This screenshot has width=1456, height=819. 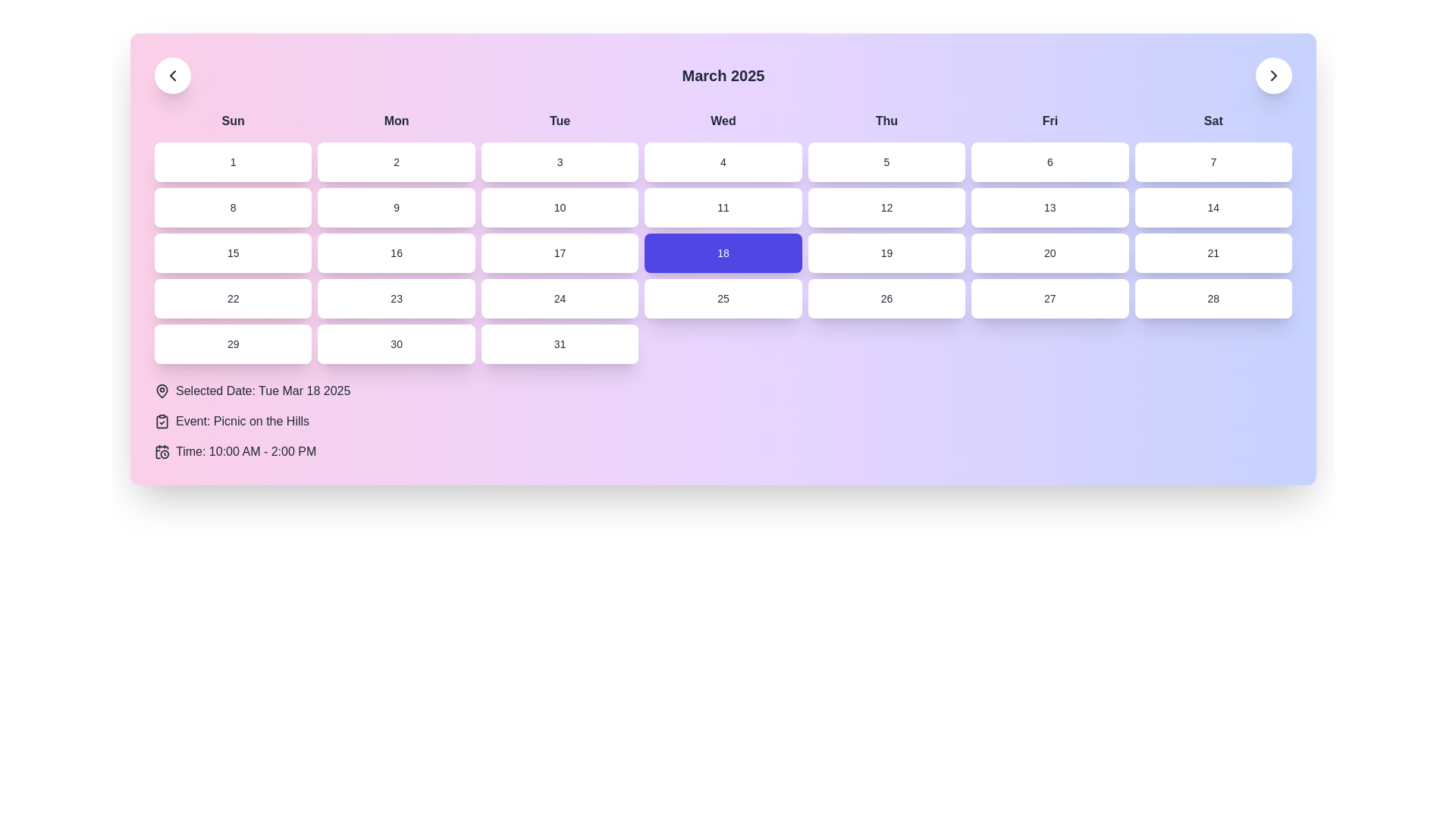 What do you see at coordinates (1213, 162) in the screenshot?
I see `the interactive calendar day button representing March 7, 2025` at bounding box center [1213, 162].